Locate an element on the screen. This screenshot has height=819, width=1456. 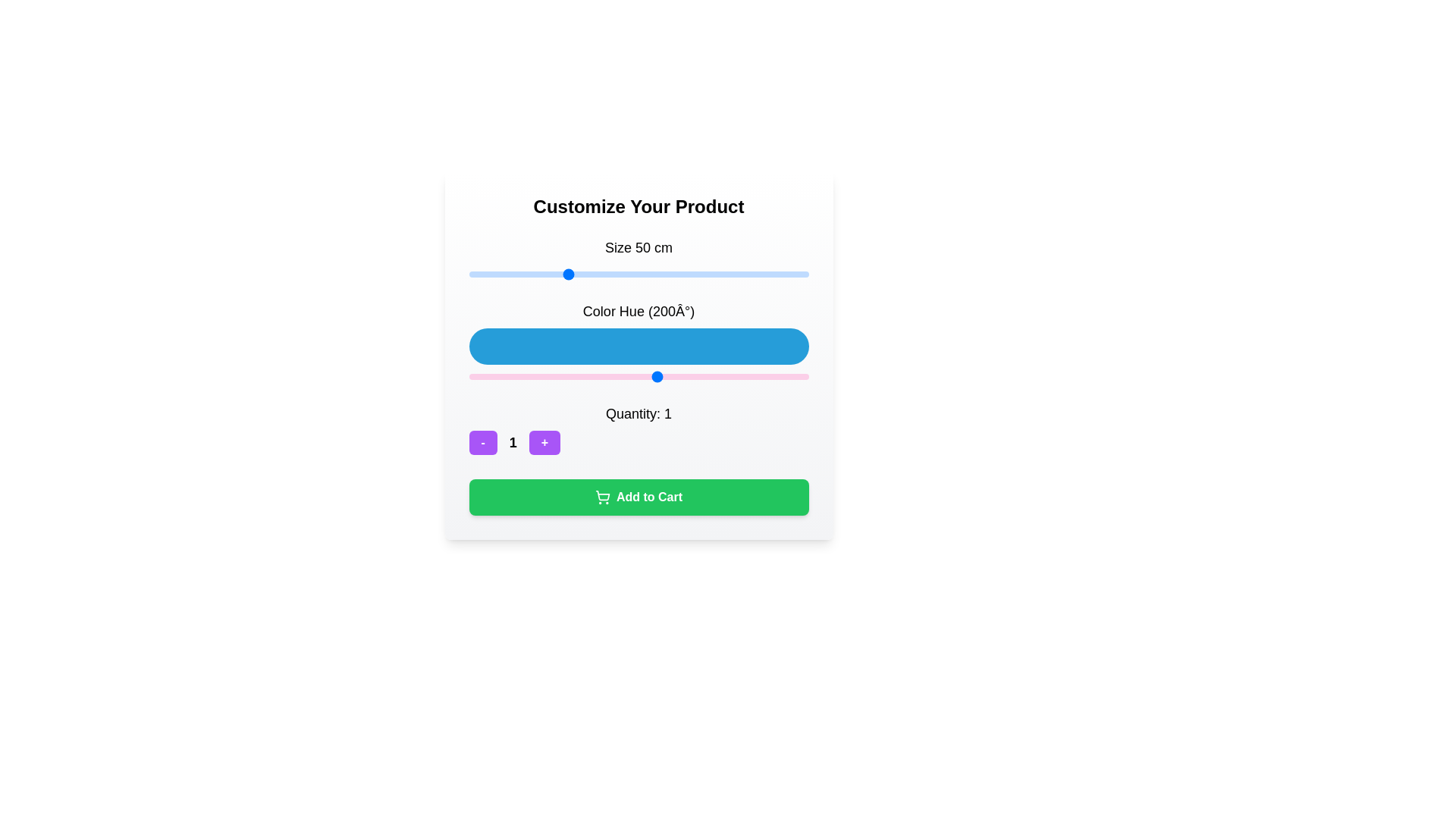
the color hue slider is located at coordinates (711, 376).